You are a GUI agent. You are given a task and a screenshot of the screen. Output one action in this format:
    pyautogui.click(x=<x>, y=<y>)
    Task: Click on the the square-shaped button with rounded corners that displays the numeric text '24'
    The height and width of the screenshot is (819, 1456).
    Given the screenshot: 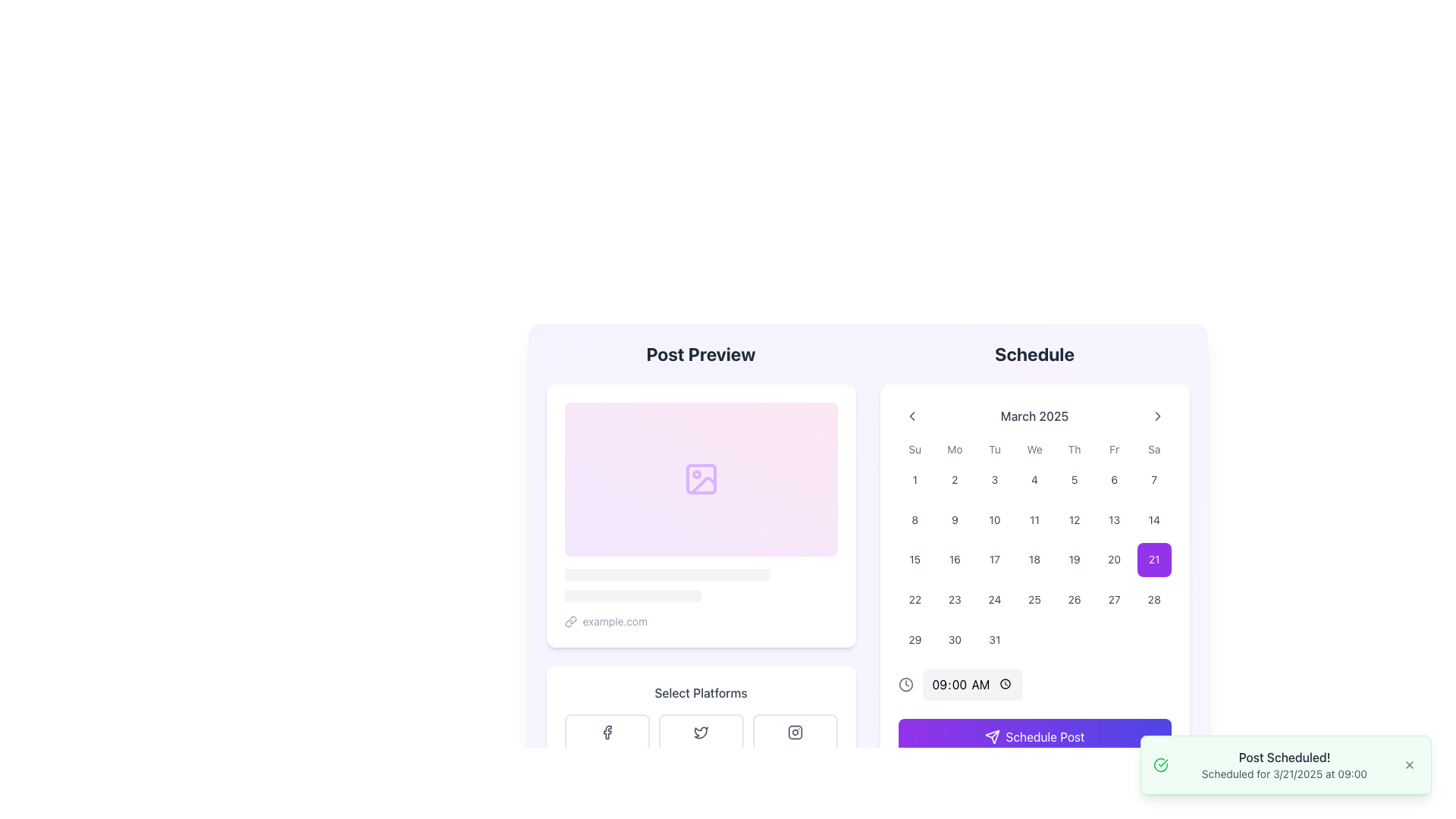 What is the action you would take?
    pyautogui.click(x=994, y=598)
    